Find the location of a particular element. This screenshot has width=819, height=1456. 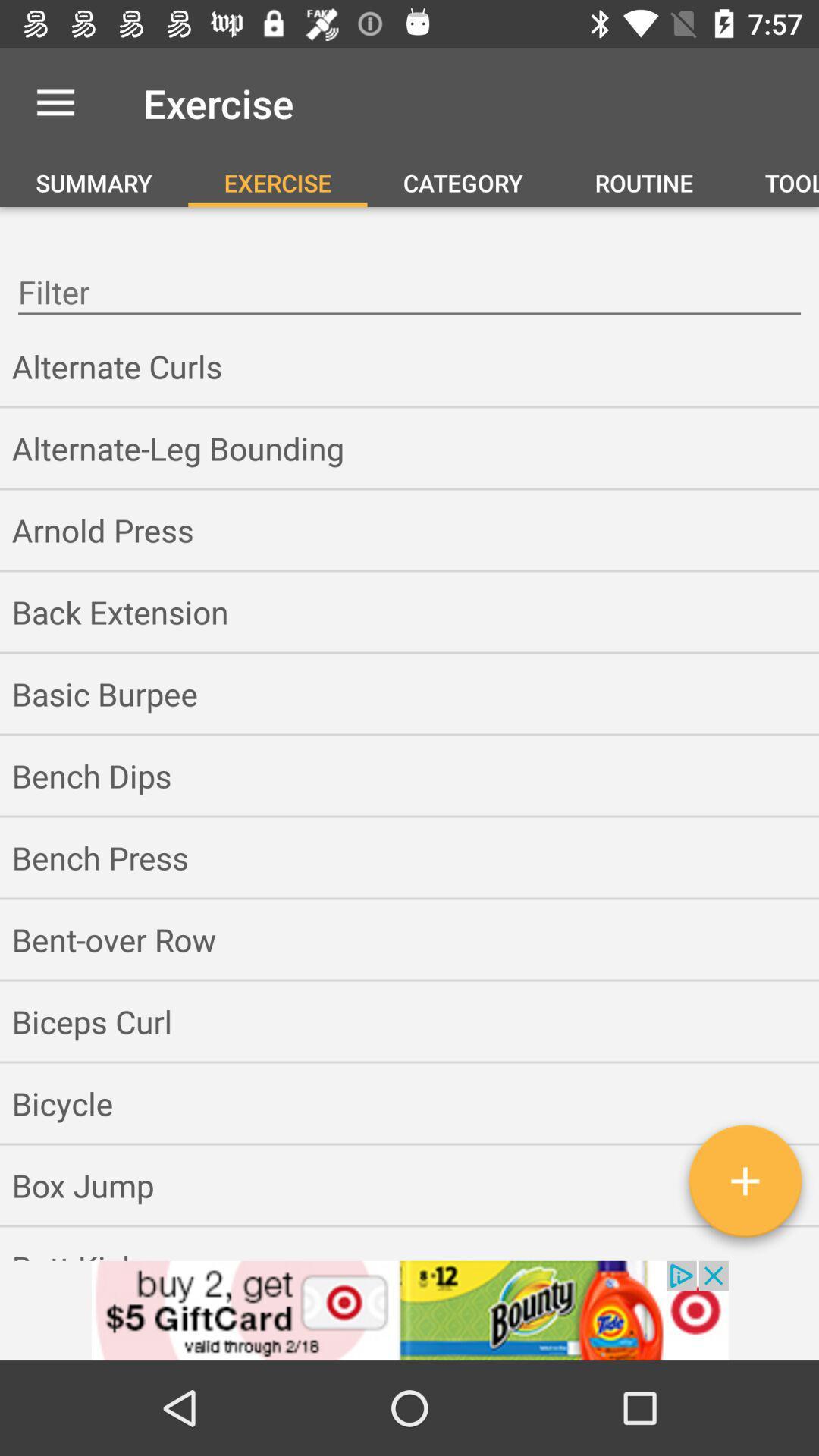

the add icon is located at coordinates (744, 1186).